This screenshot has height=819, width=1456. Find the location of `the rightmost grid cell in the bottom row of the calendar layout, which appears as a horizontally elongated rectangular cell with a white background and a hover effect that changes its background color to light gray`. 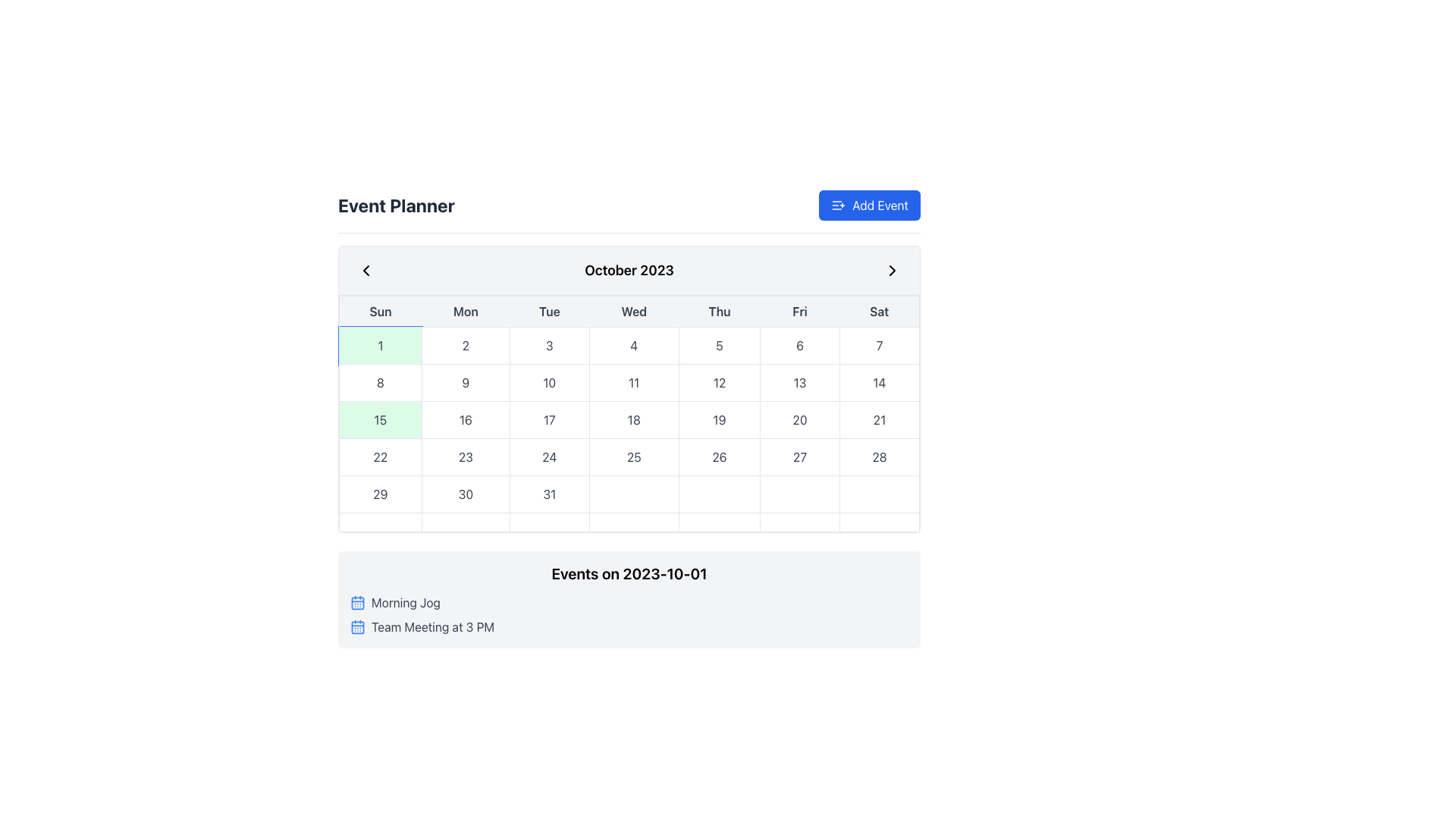

the rightmost grid cell in the bottom row of the calendar layout, which appears as a horizontally elongated rectangular cell with a white background and a hover effect that changes its background color to light gray is located at coordinates (879, 522).